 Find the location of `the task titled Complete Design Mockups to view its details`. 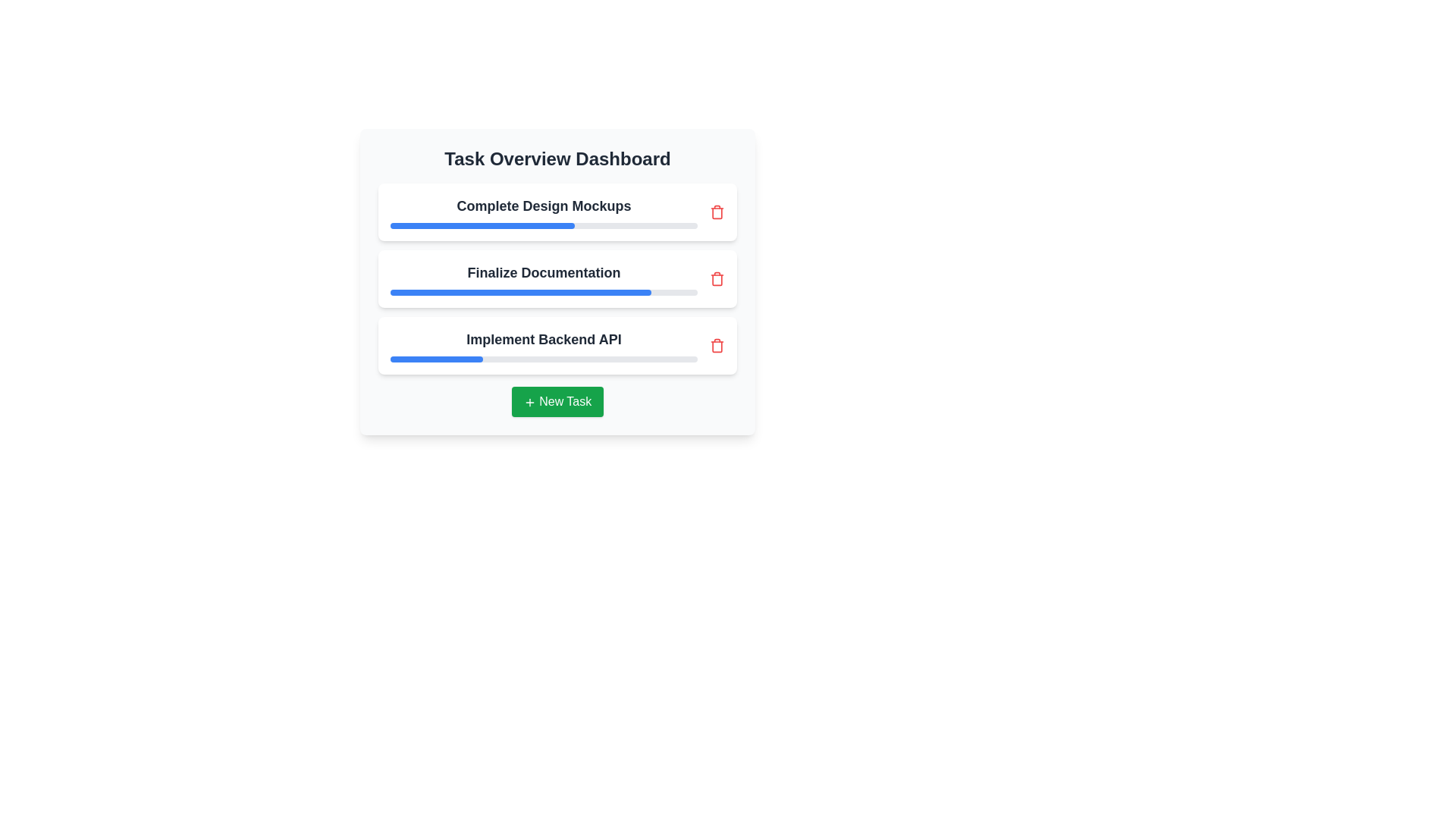

the task titled Complete Design Mockups to view its details is located at coordinates (557, 212).